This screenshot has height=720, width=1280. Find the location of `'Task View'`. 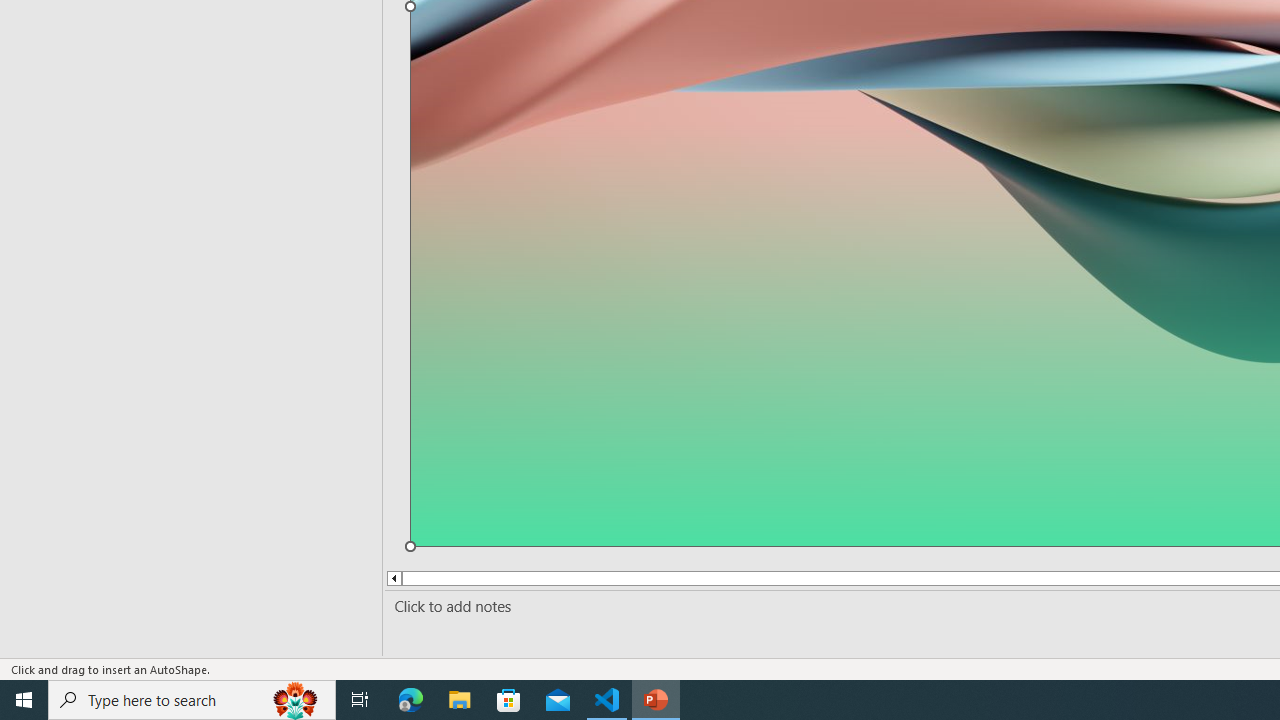

'Task View' is located at coordinates (359, 698).